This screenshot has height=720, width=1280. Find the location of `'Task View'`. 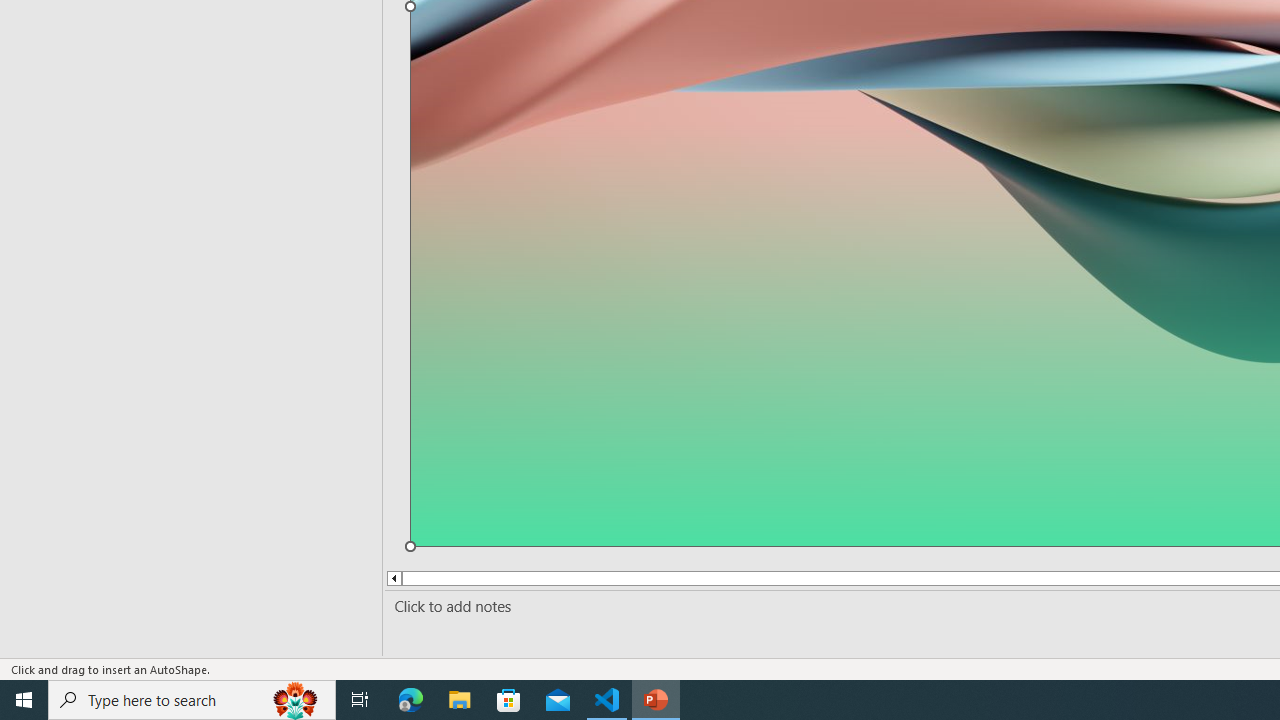

'Task View' is located at coordinates (359, 698).